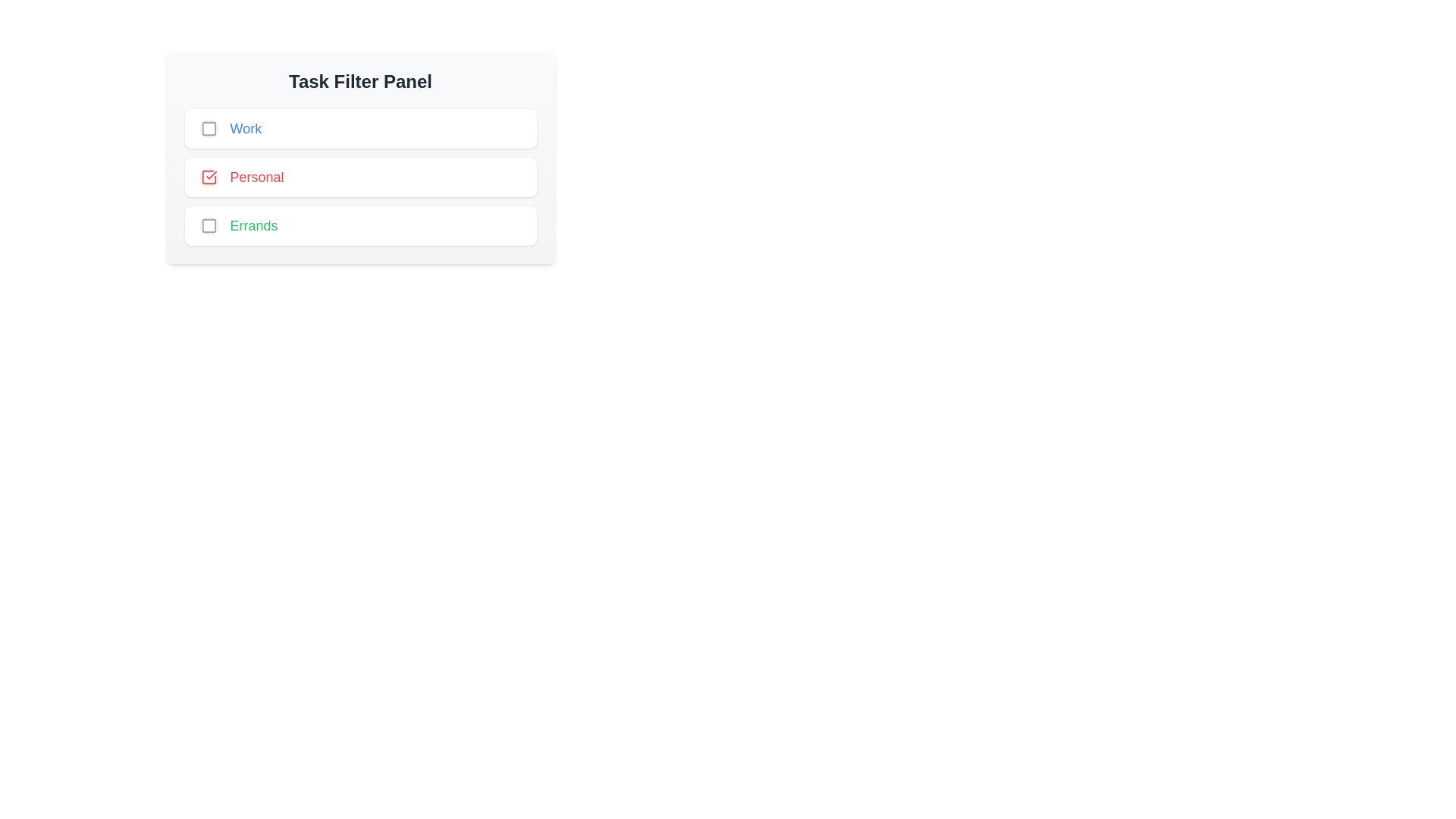 The height and width of the screenshot is (819, 1456). I want to click on the text label 'Work' which is styled in a large blue font and positioned immediately to the right of a checkbox in the topmost row of the interface, so click(246, 127).